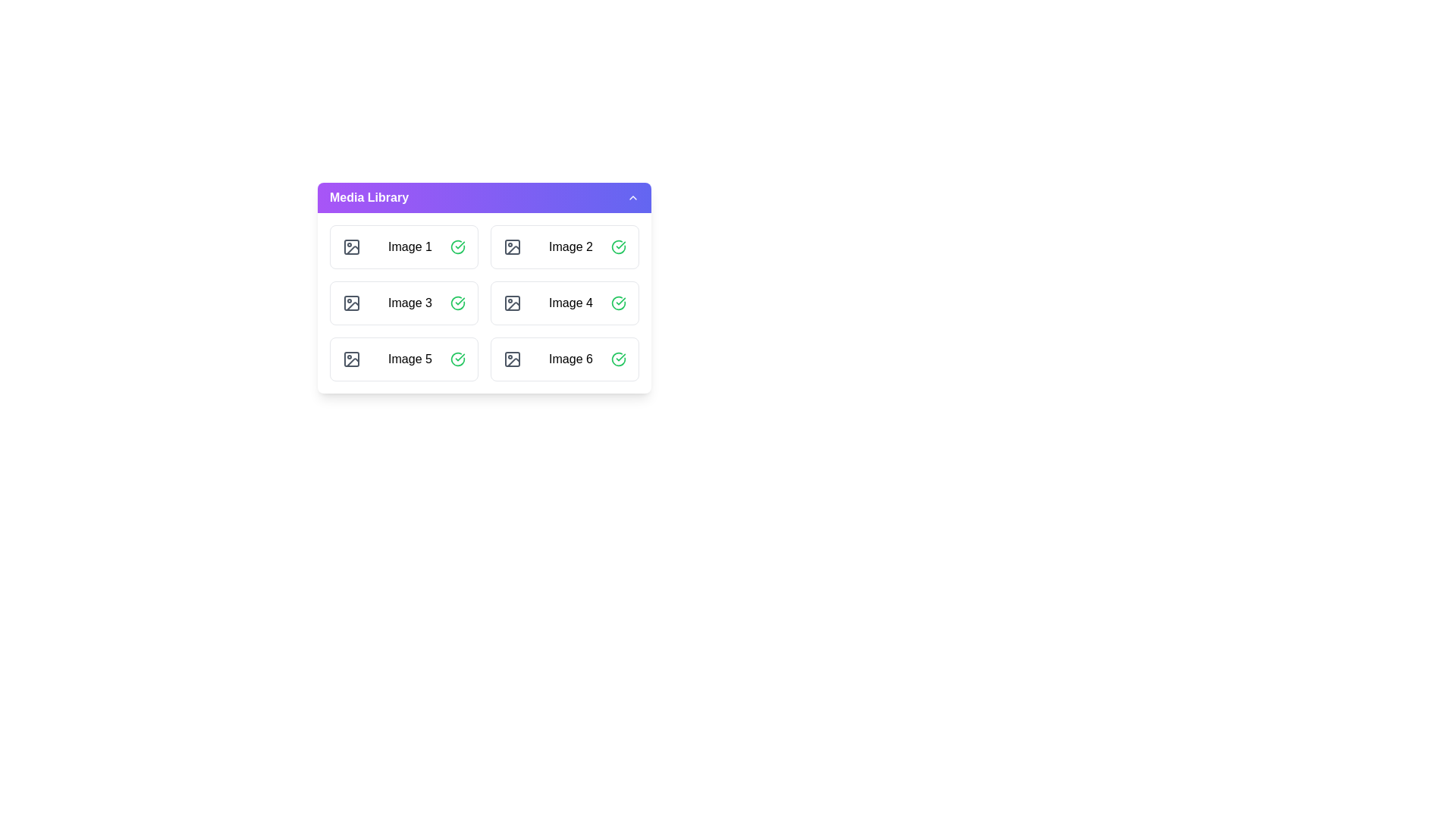 This screenshot has height=819, width=1456. Describe the element at coordinates (403, 359) in the screenshot. I see `the image item labeled Image 5` at that location.